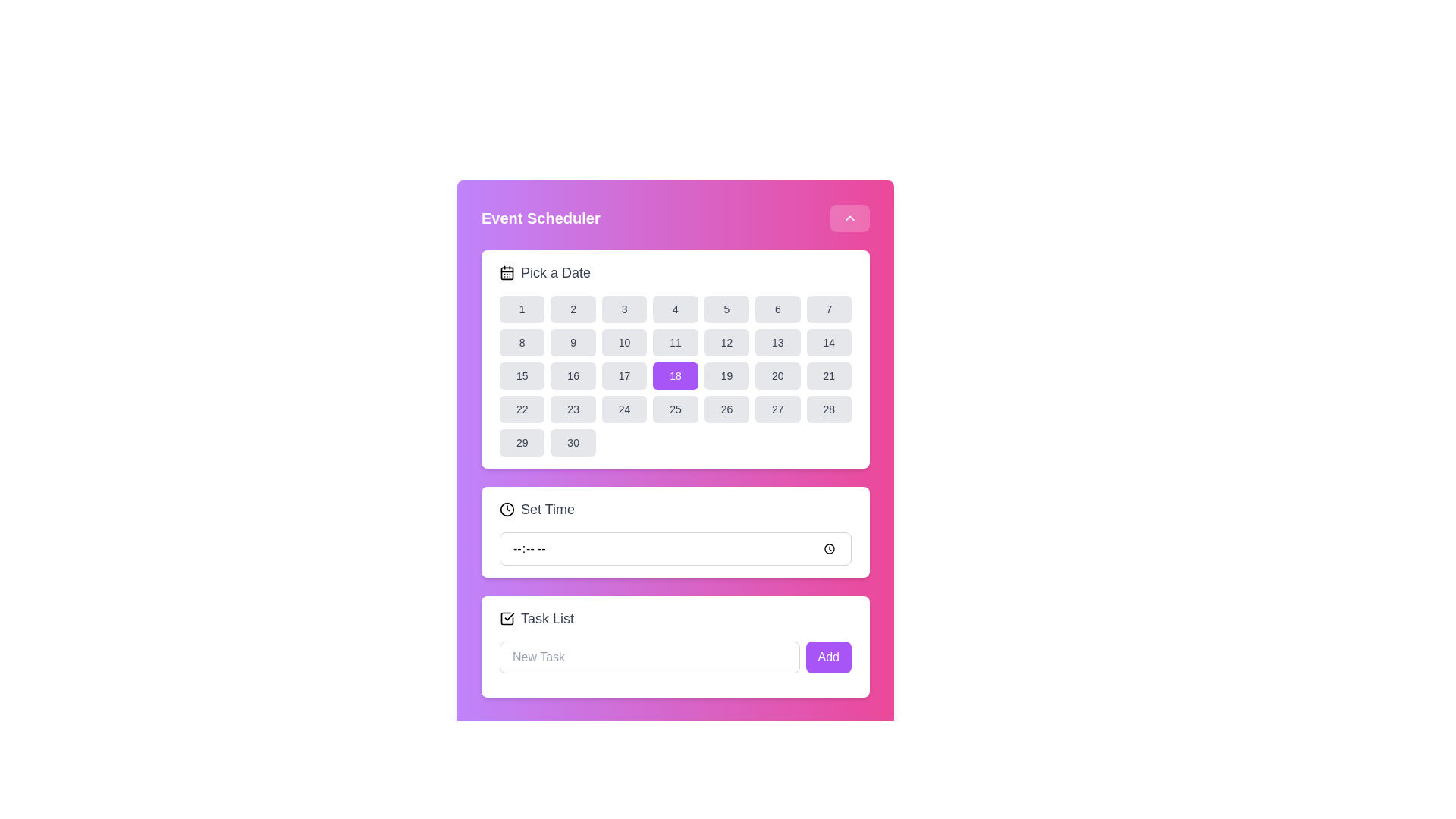 The width and height of the screenshot is (1456, 819). What do you see at coordinates (675, 359) in the screenshot?
I see `a date in the Date Picker component located below the 'Event Scheduler' title` at bounding box center [675, 359].